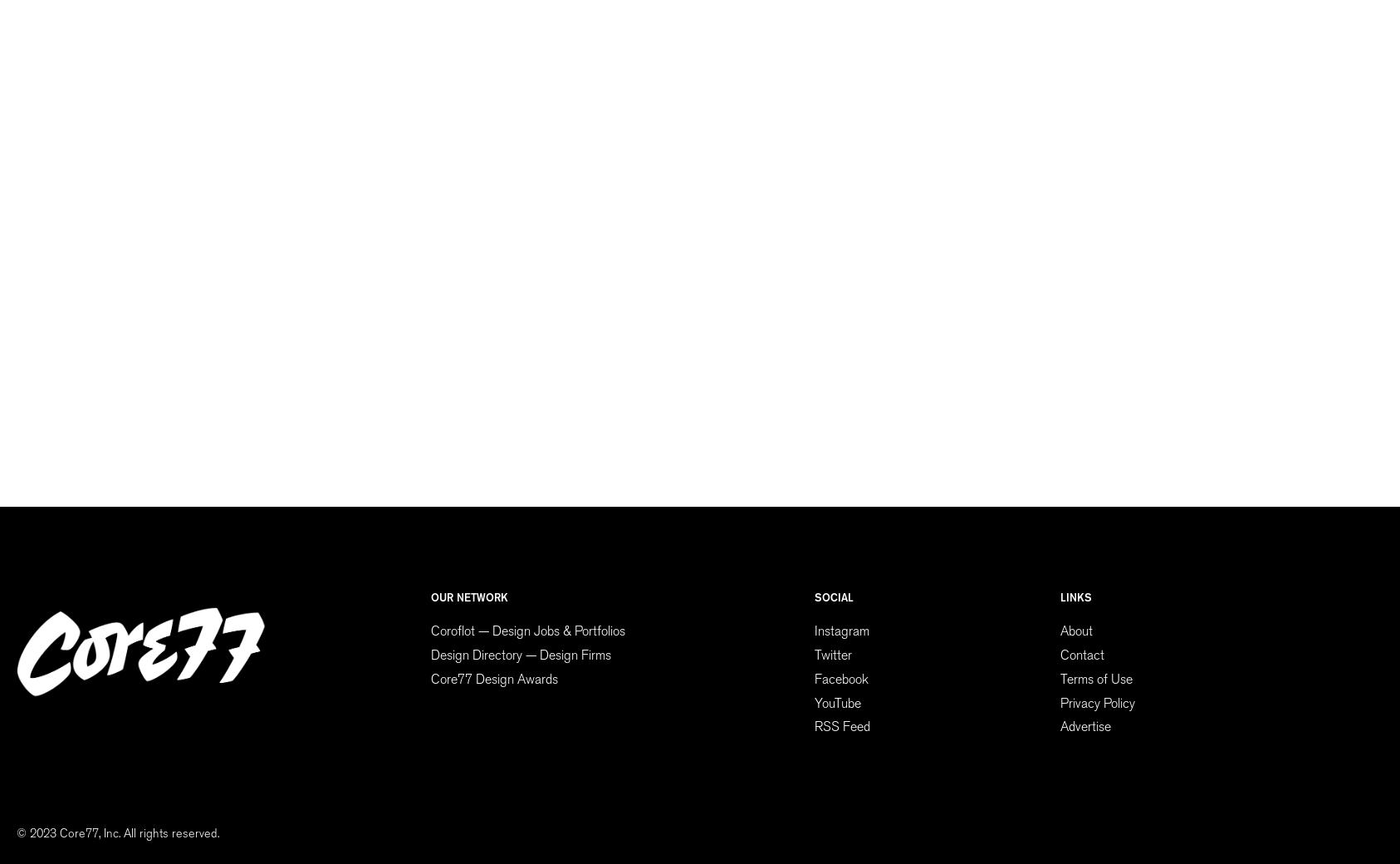 The image size is (1400, 864). Describe the element at coordinates (16, 833) in the screenshot. I see `'© 2023 Core77, Inc. All rights reserved.'` at that location.